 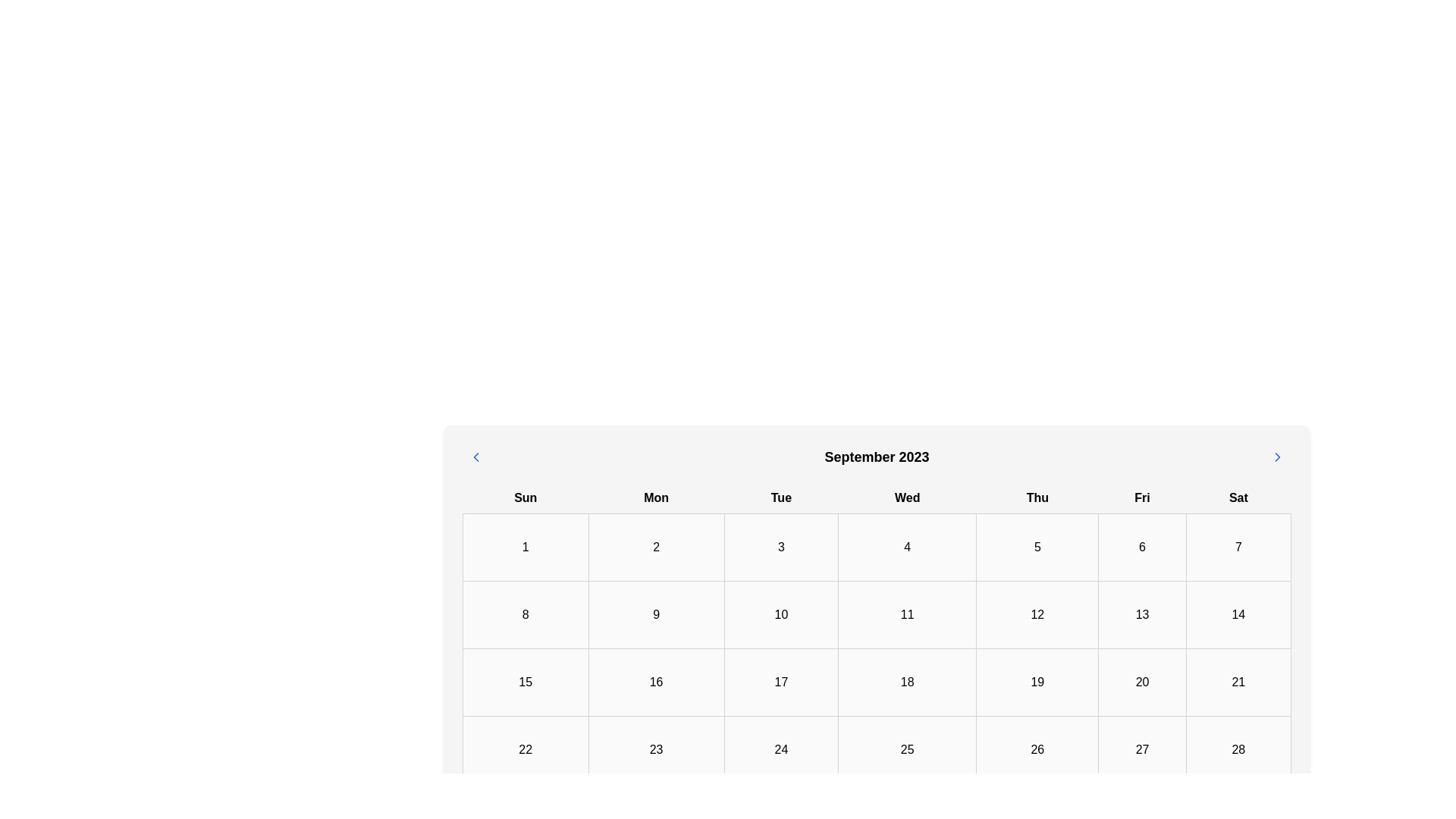 What do you see at coordinates (1037, 681) in the screenshot?
I see `the calendar cell representing the date '19'` at bounding box center [1037, 681].